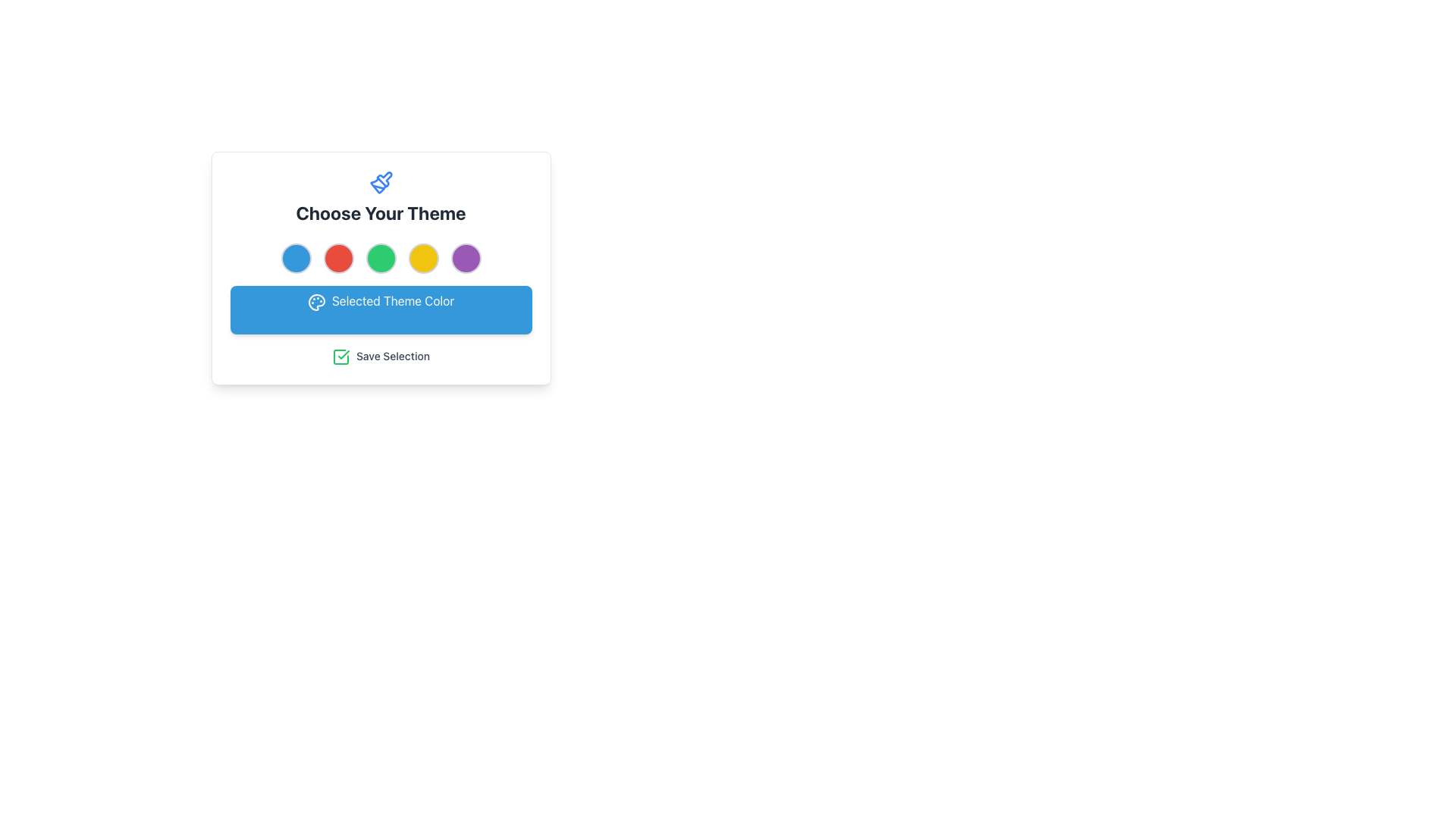 The width and height of the screenshot is (1456, 819). I want to click on the red theme selection button, which is the second button from the left in a row of five buttons, located below the 'Choose Your Theme' heading, so click(337, 257).